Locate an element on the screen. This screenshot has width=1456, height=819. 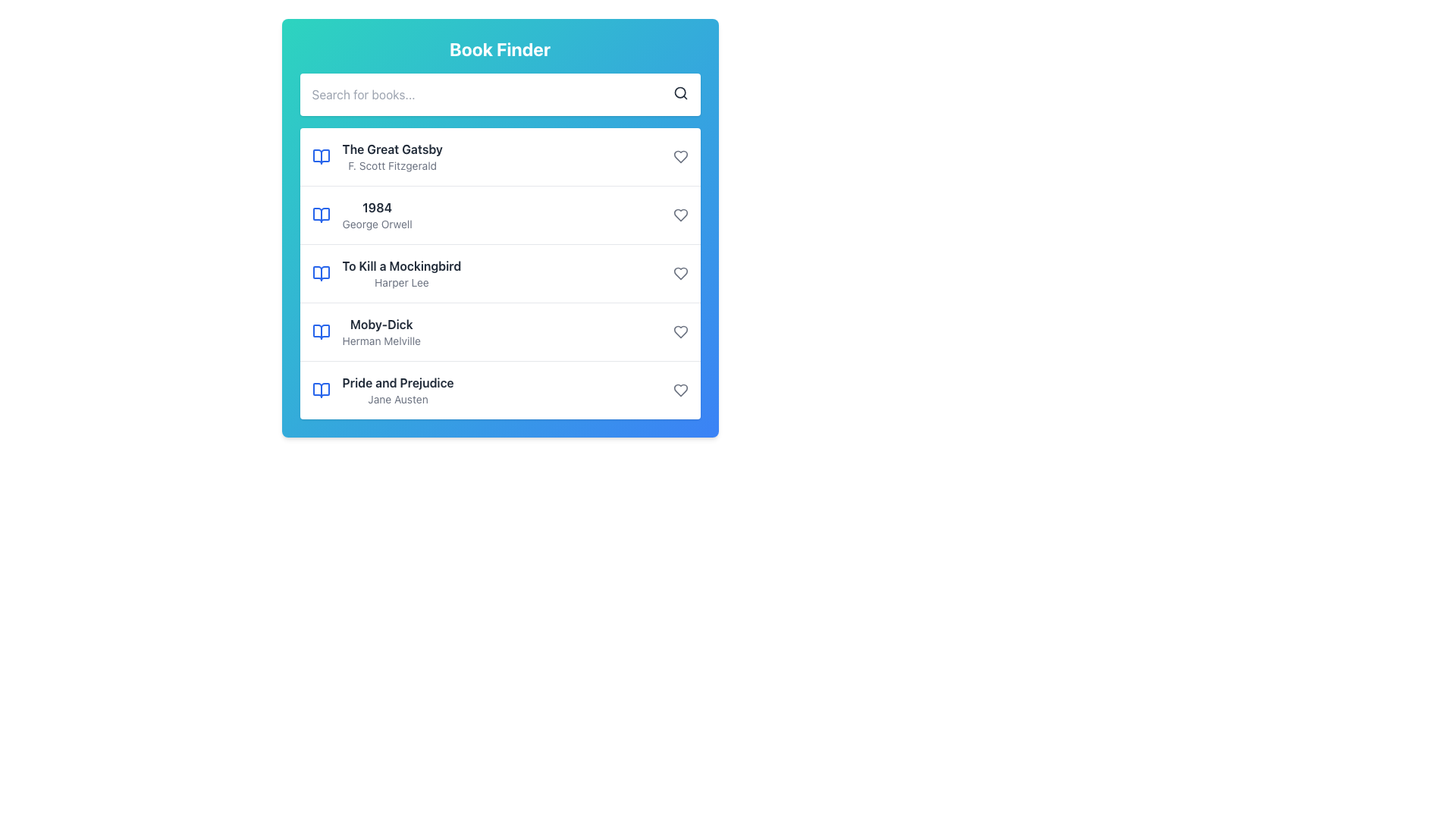
the book title 'Moby-Dick' in the book list interface to view details is located at coordinates (500, 331).